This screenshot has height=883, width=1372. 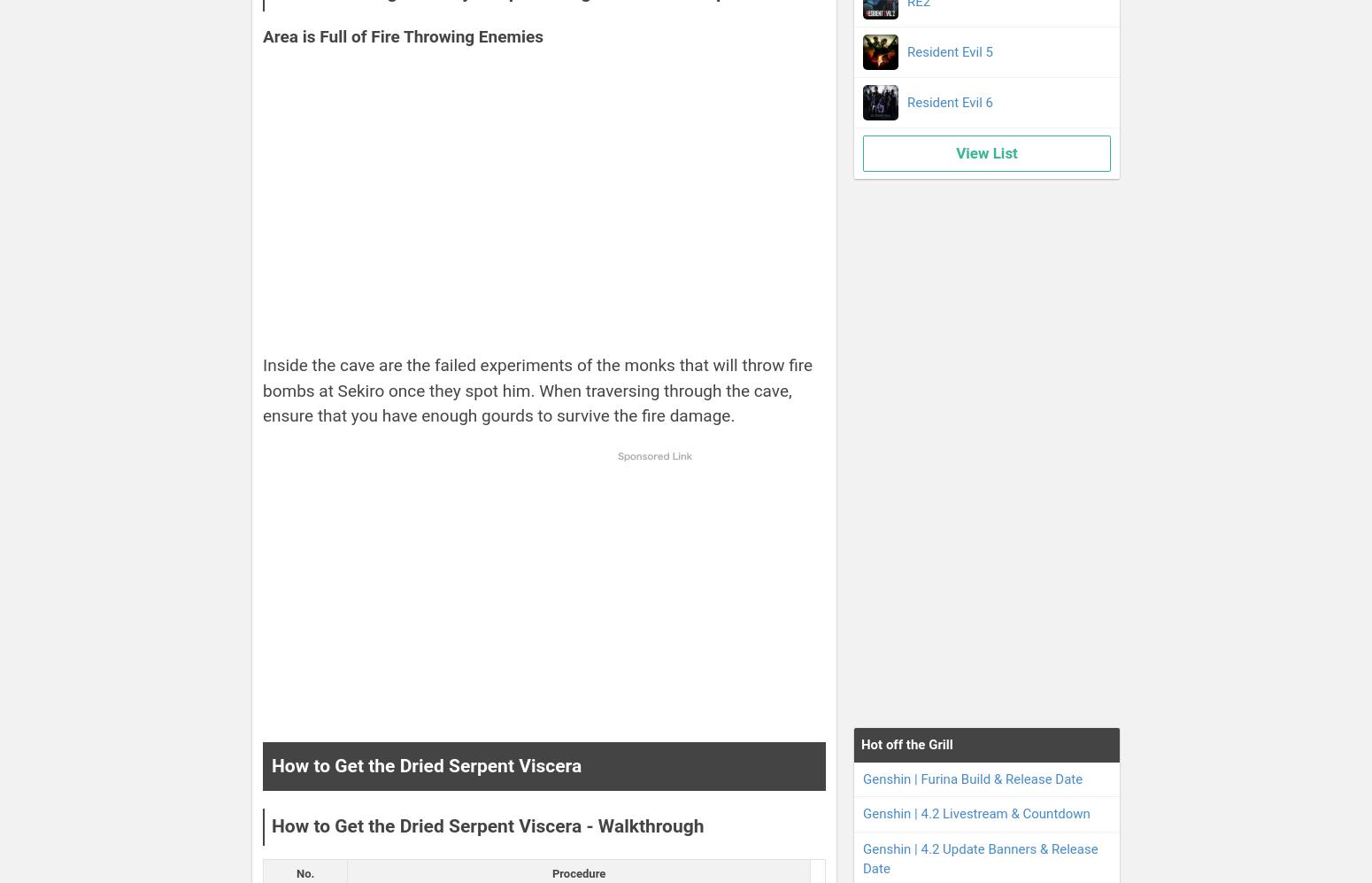 I want to click on 'Resident Evil 5', so click(x=950, y=50).